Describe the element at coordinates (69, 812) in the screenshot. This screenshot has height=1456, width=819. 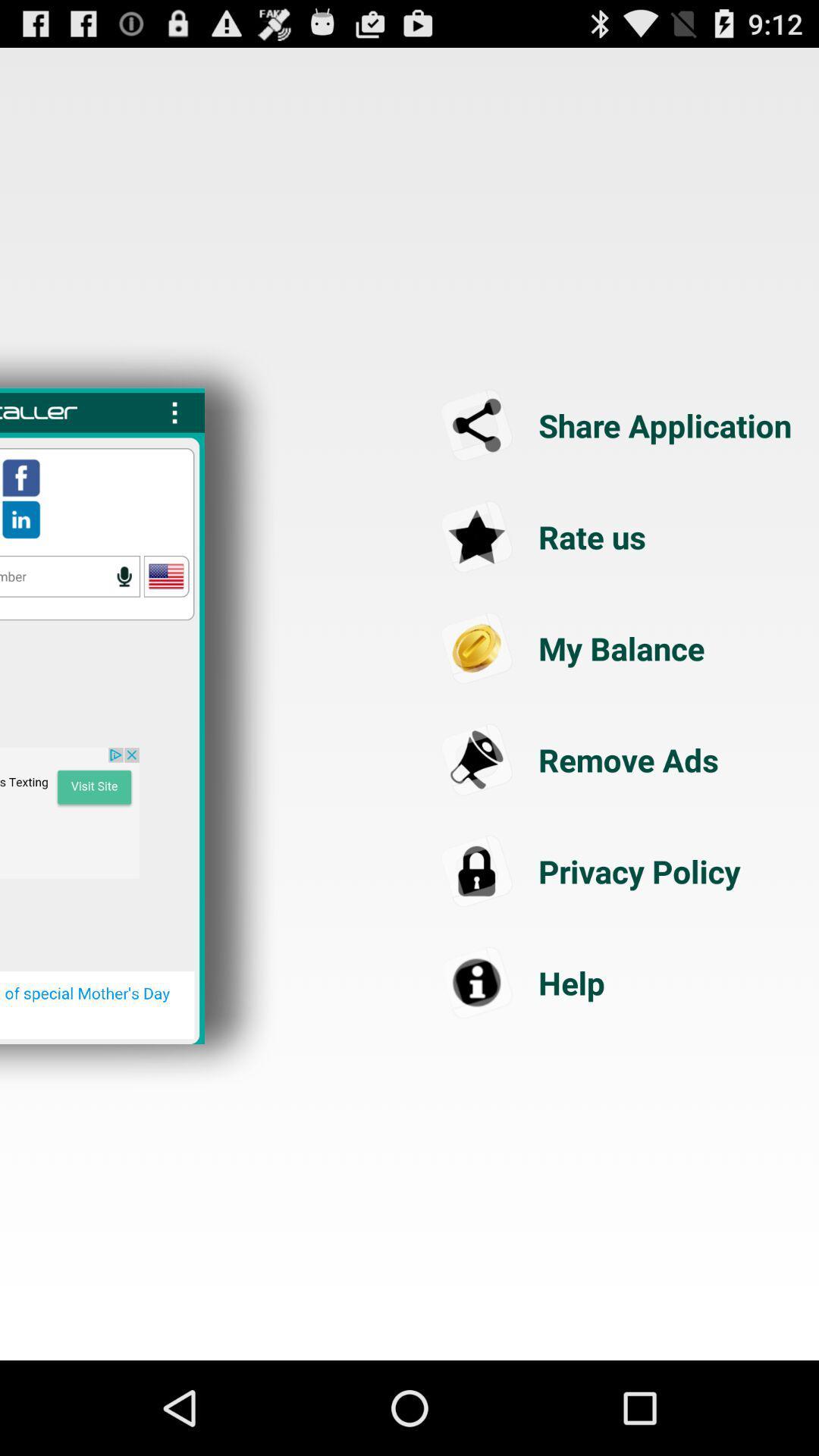
I see `visit the site` at that location.